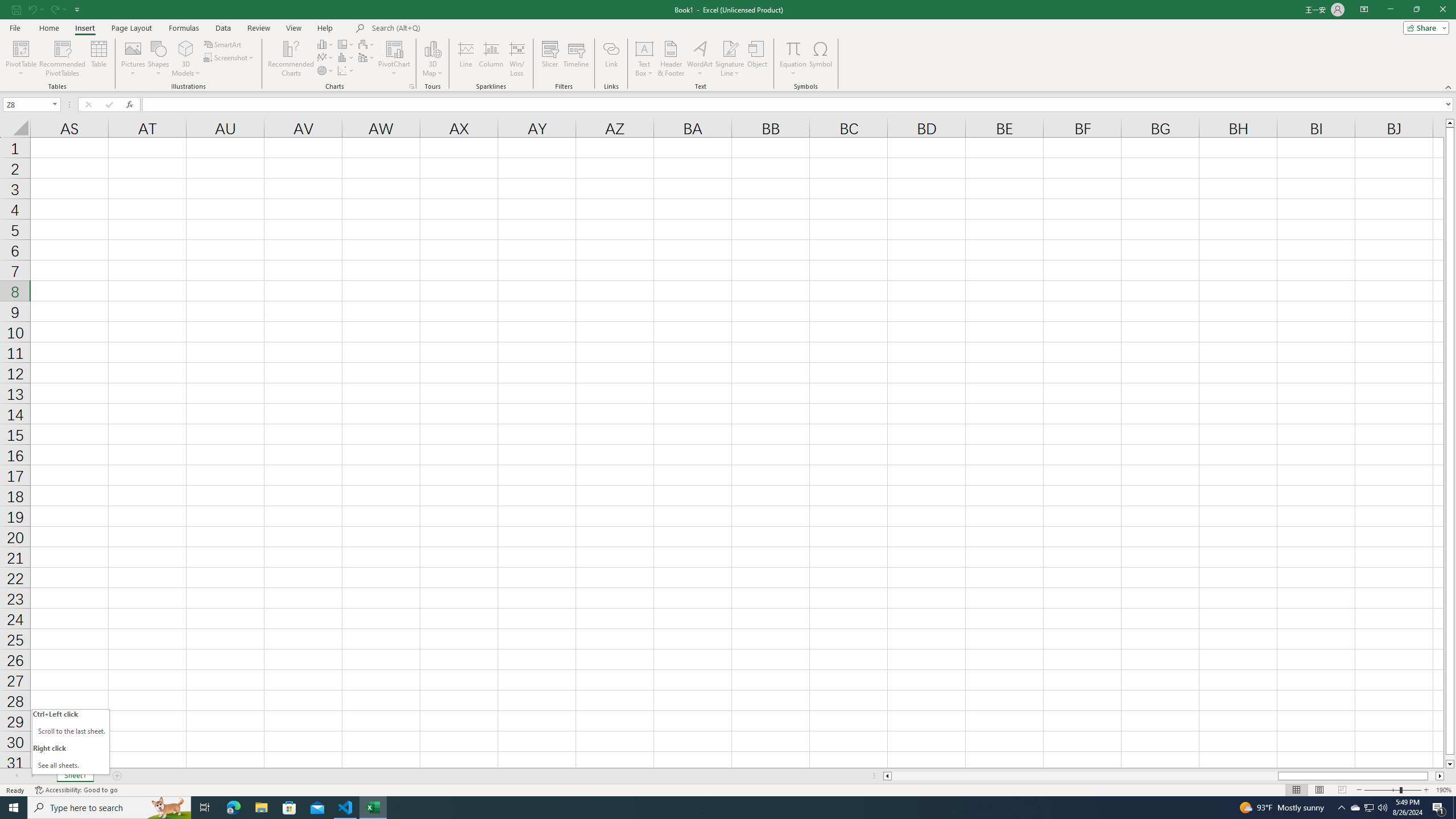 The height and width of the screenshot is (819, 1456). Describe the element at coordinates (549, 59) in the screenshot. I see `'Slicer...'` at that location.